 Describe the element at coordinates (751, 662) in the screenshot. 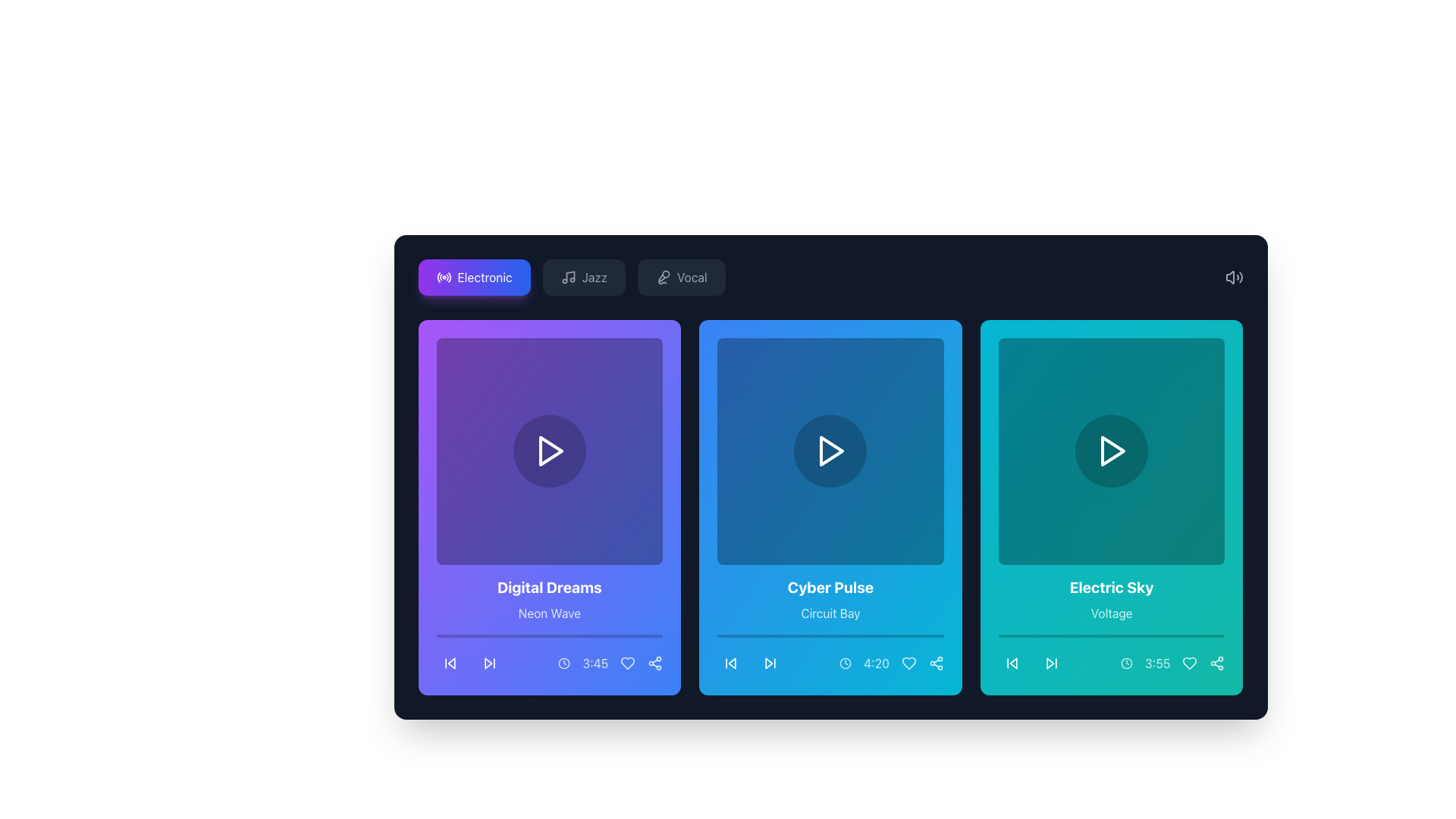

I see `the central circular dot of the navigation indicator located at the bottom center of the blue card in the second column` at that location.